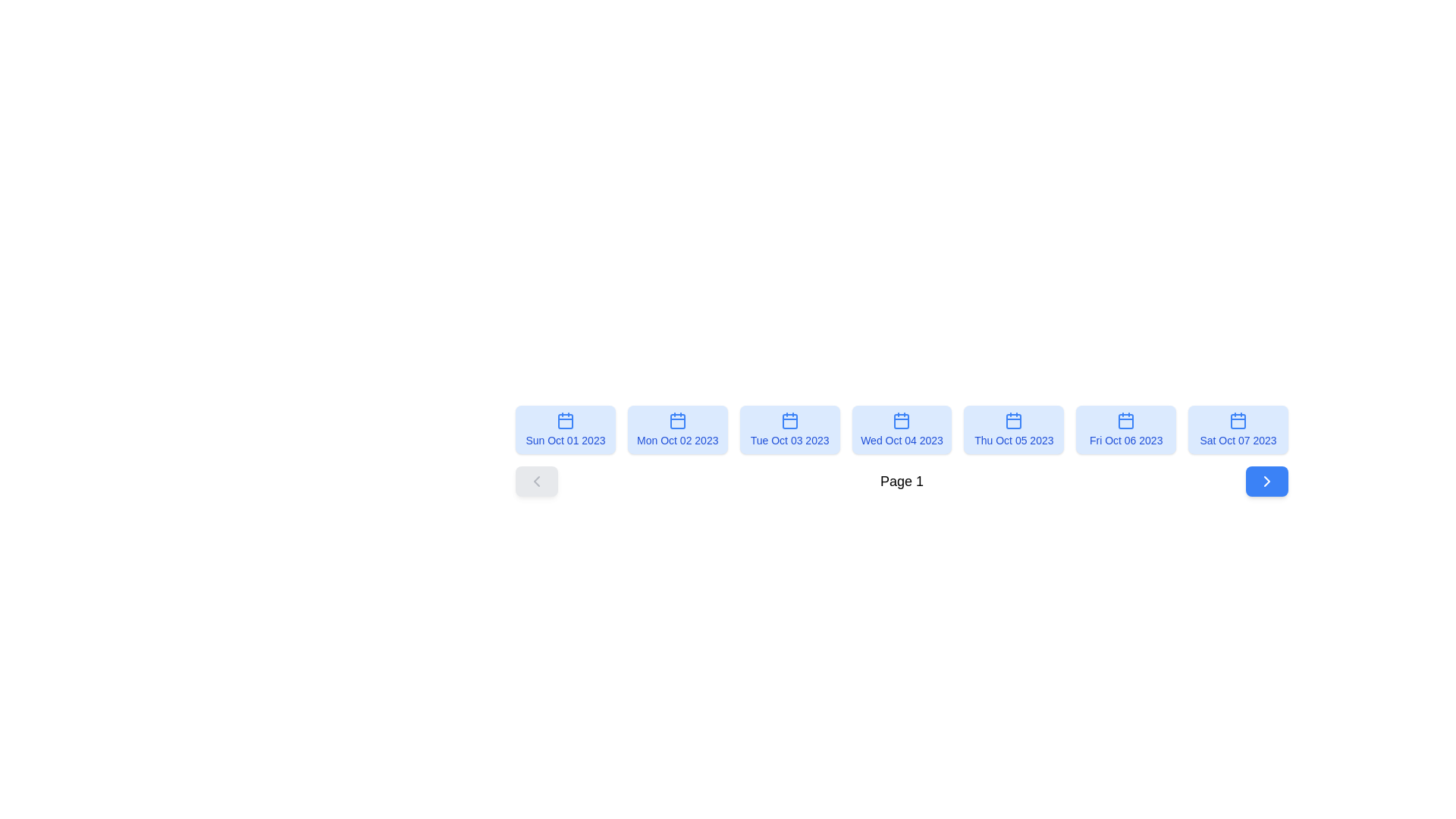  I want to click on the date selection card component located at the far right of the grid, which allows users, so click(1238, 430).